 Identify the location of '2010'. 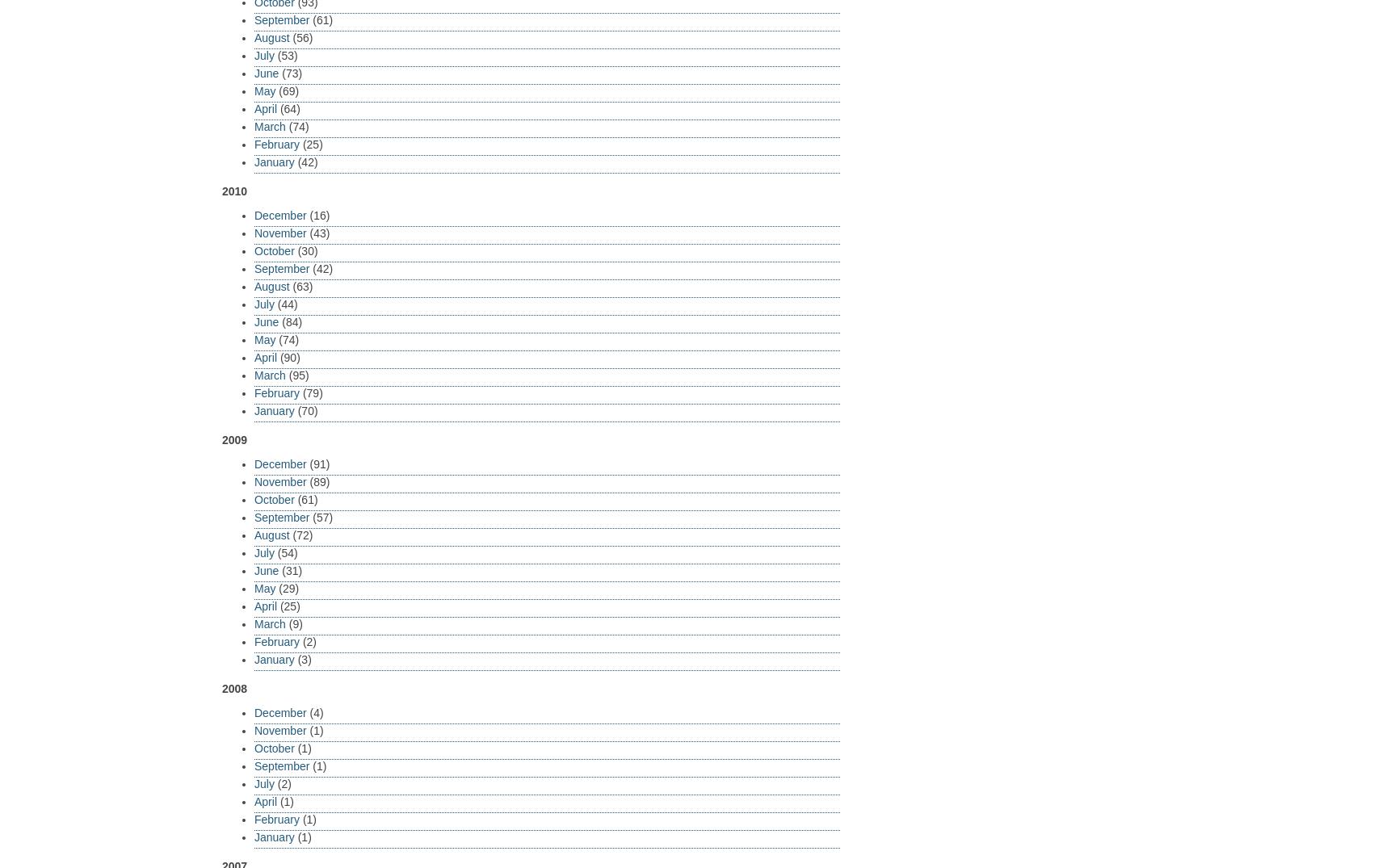
(221, 189).